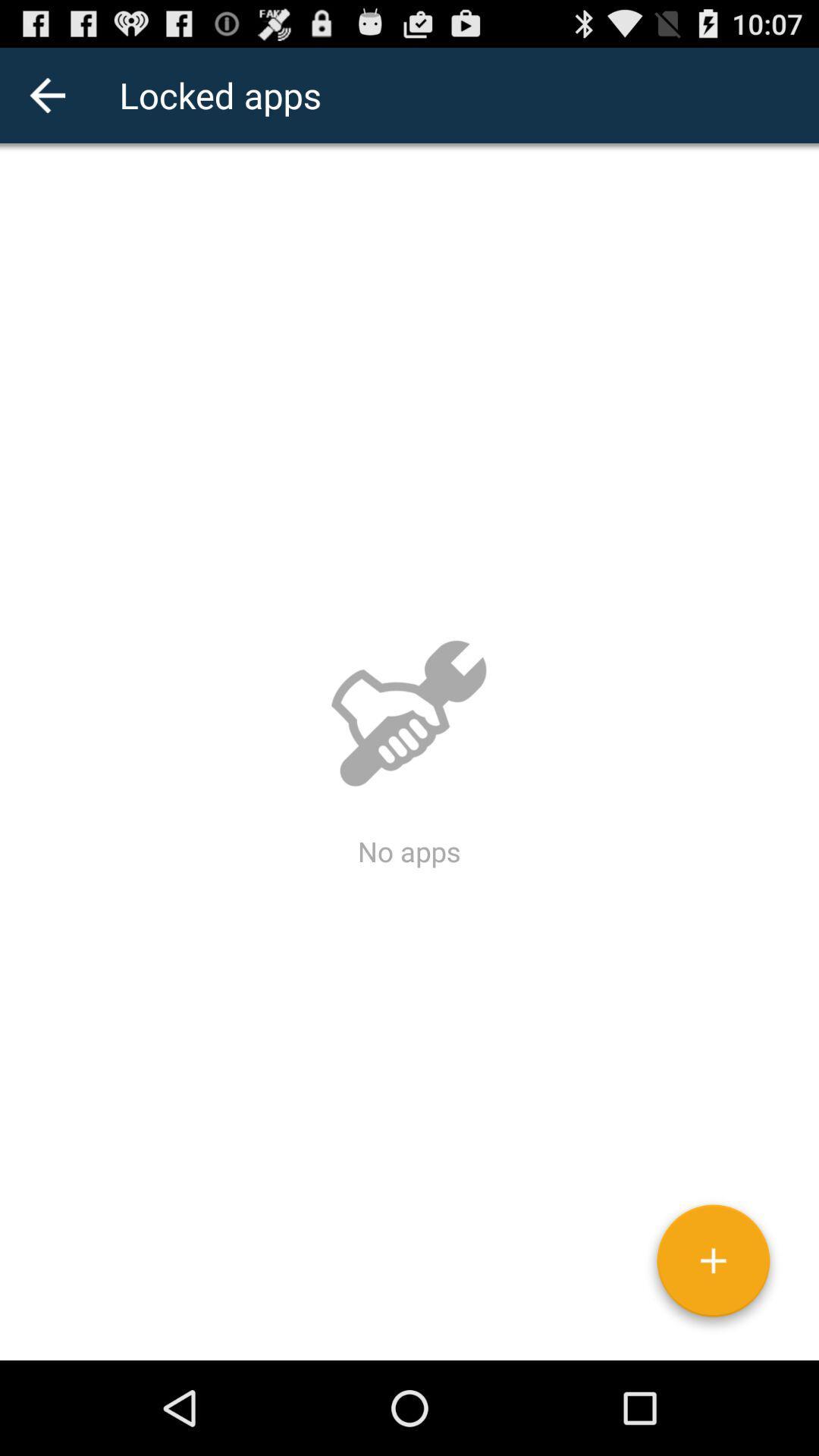 The width and height of the screenshot is (819, 1456). What do you see at coordinates (713, 1355) in the screenshot?
I see `the add icon` at bounding box center [713, 1355].